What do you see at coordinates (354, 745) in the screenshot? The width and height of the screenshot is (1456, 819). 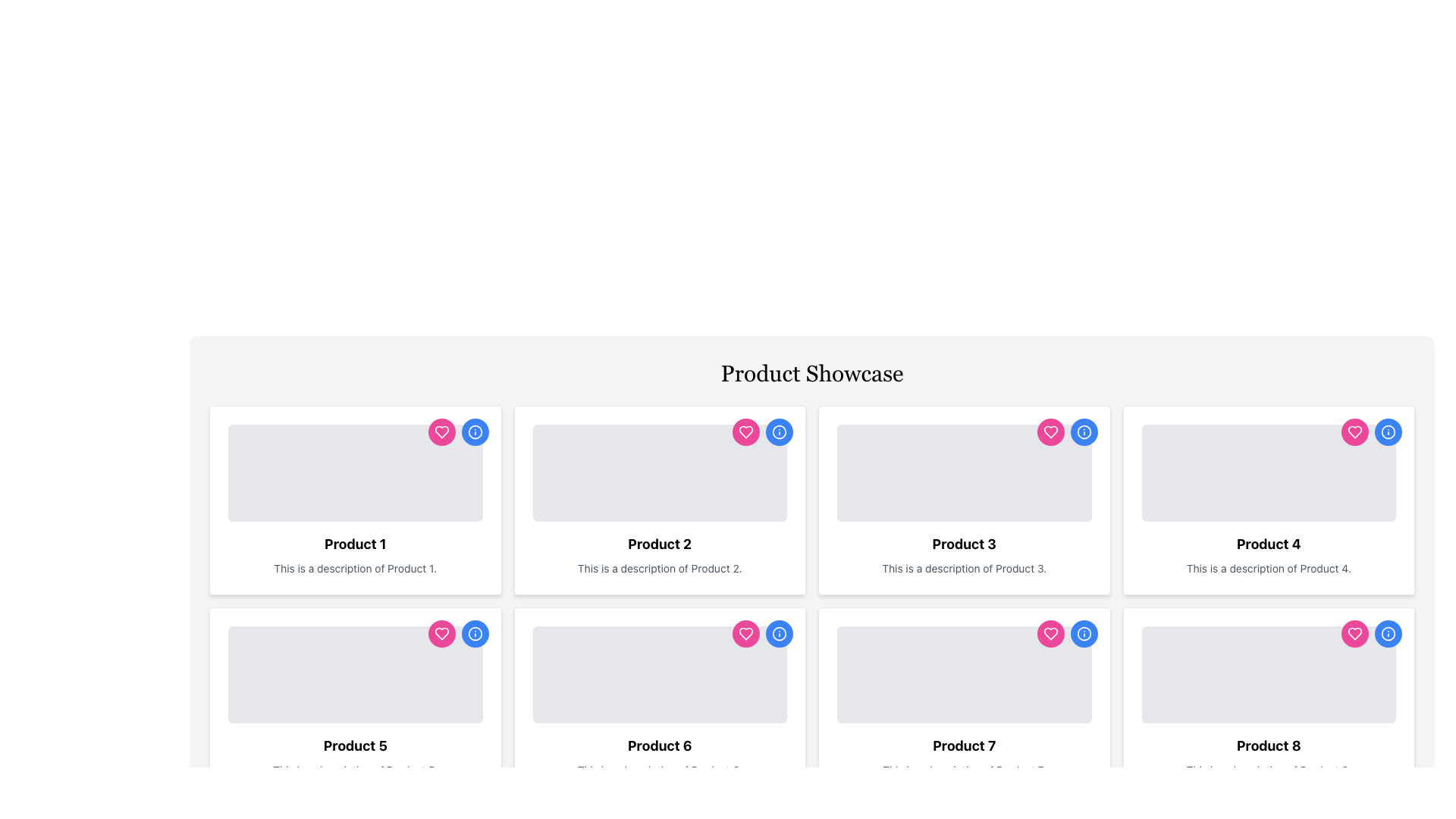 I see `text label 'Product 5' displayed in bold black font located in the middle column of the second row of the grid layout` at bounding box center [354, 745].